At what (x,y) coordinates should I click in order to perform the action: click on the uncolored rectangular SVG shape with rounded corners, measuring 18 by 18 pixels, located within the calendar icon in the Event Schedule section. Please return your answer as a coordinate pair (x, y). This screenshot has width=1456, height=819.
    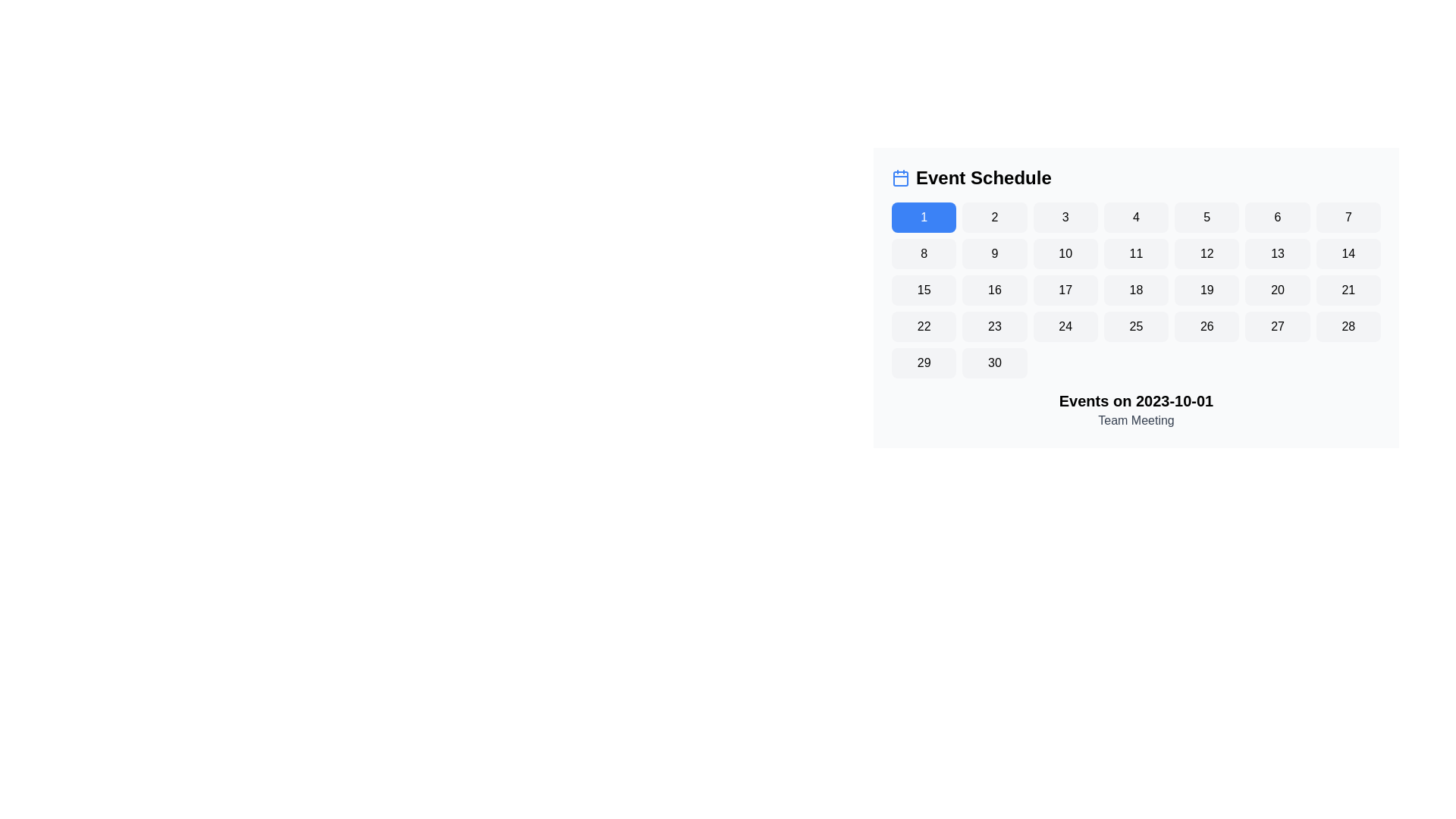
    Looking at the image, I should click on (901, 177).